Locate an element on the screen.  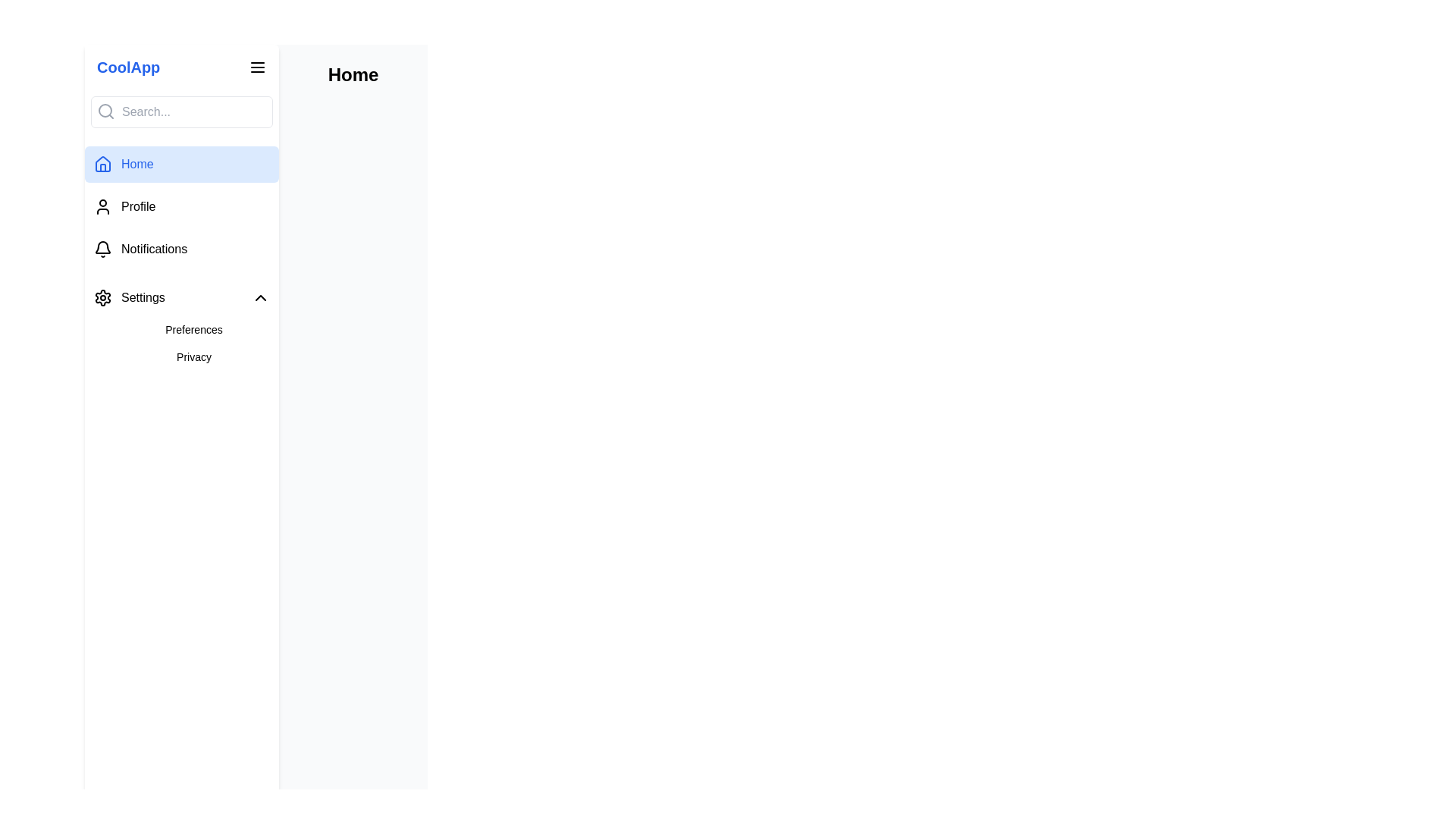
the branding text label located at the upper-left corner of the interface, which serves to identify the application is located at coordinates (128, 66).